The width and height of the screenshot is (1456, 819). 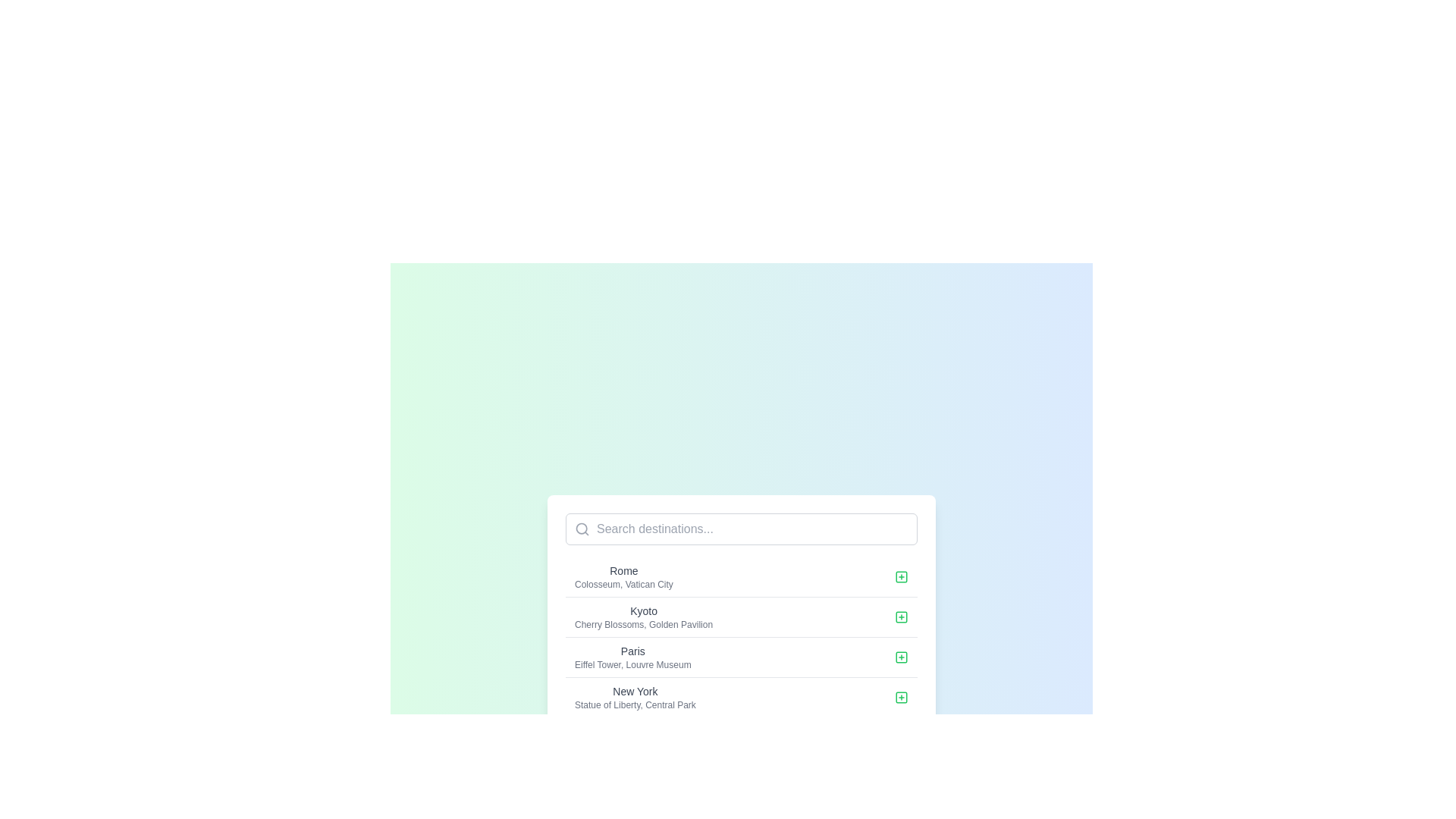 I want to click on the Text block for the city 'Paris', which highlights the landmarks 'Eiffel Tower' and 'Louvre Museum' and is located in the third row of the city list, so click(x=632, y=657).